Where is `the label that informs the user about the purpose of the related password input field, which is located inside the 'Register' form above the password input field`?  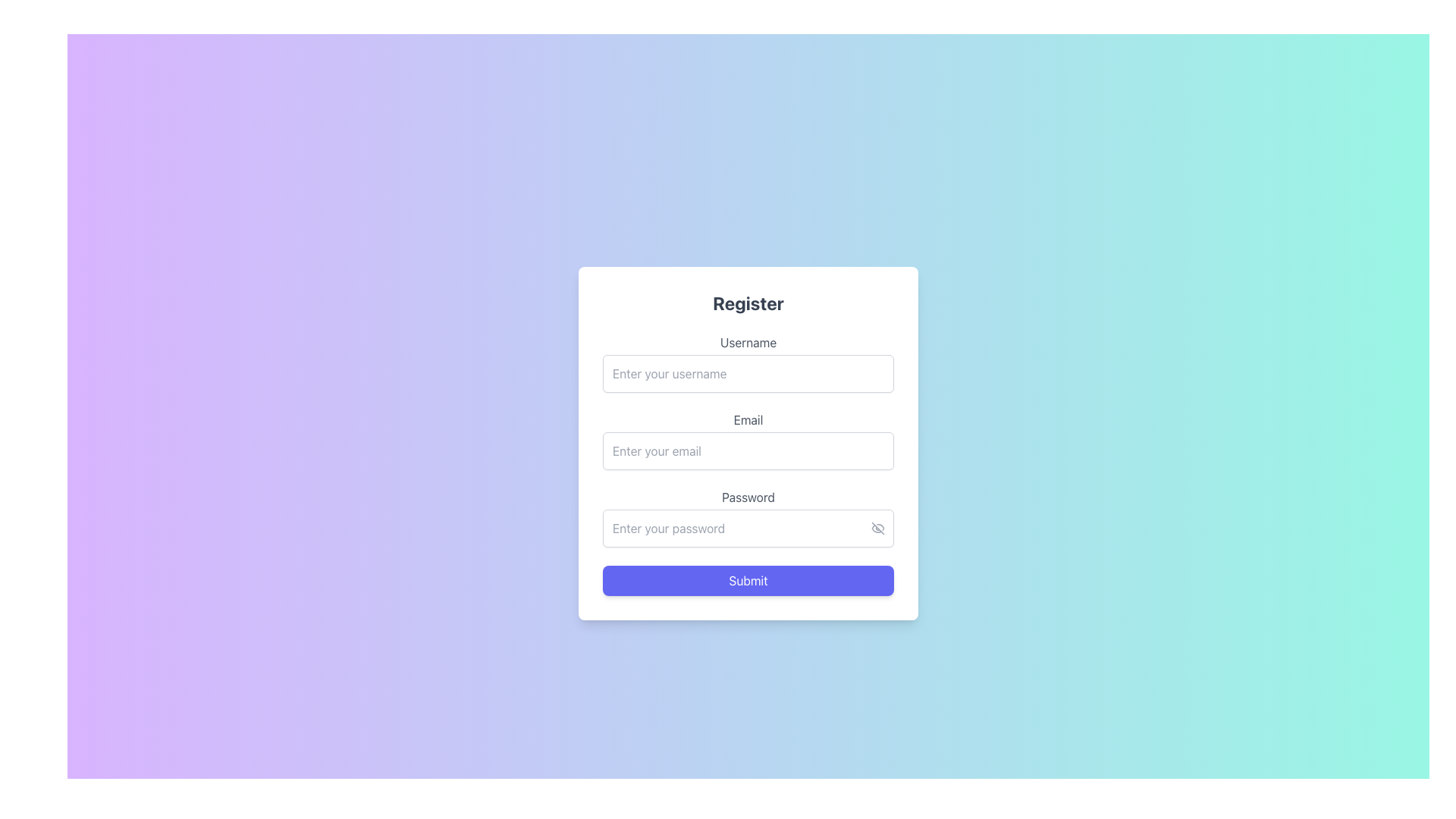
the label that informs the user about the purpose of the related password input field, which is located inside the 'Register' form above the password input field is located at coordinates (748, 497).